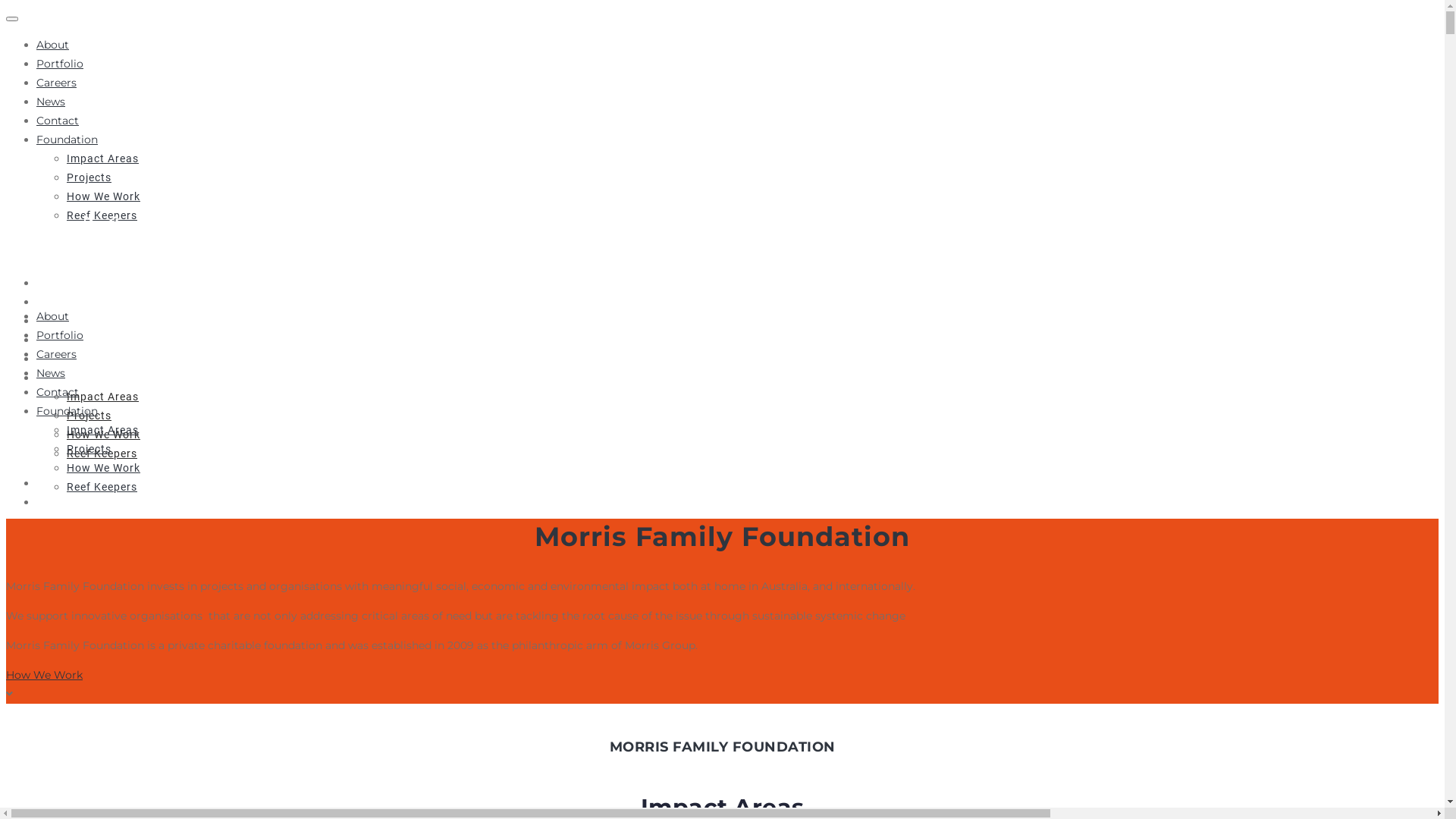 This screenshot has height=819, width=1456. Describe the element at coordinates (51, 373) in the screenshot. I see `'News'` at that location.